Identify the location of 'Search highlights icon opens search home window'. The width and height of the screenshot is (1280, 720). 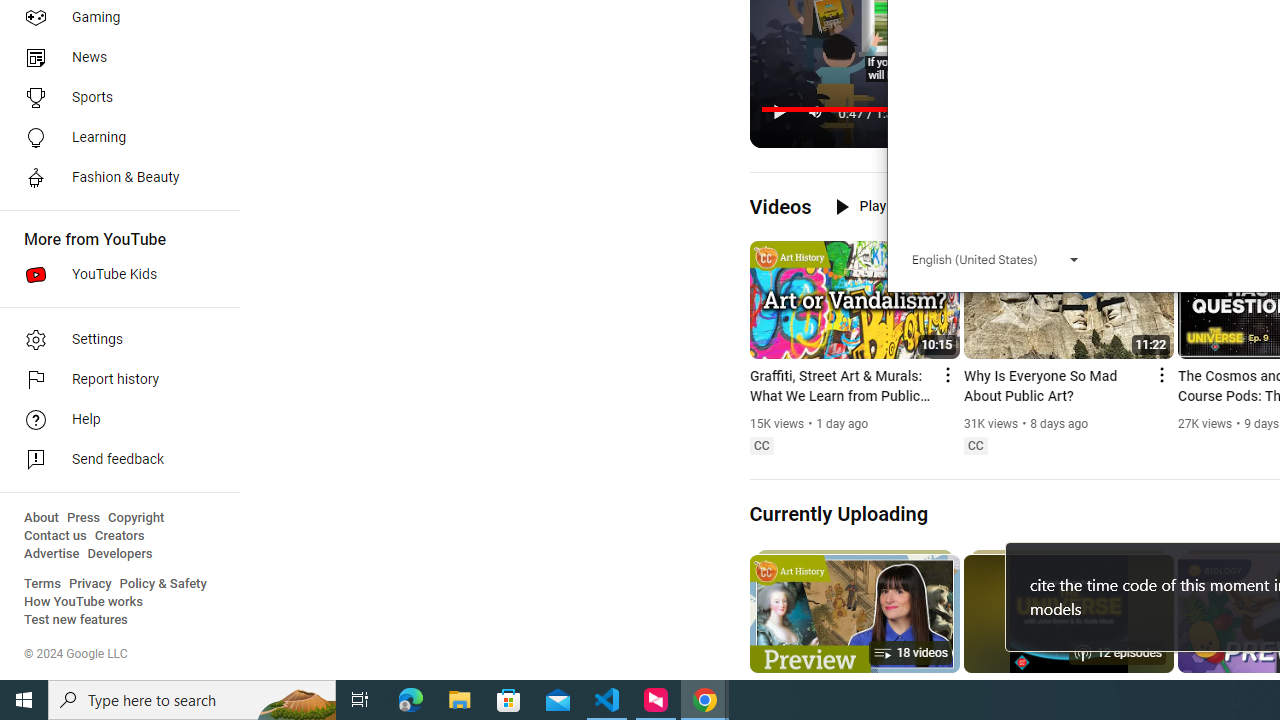
(294, 698).